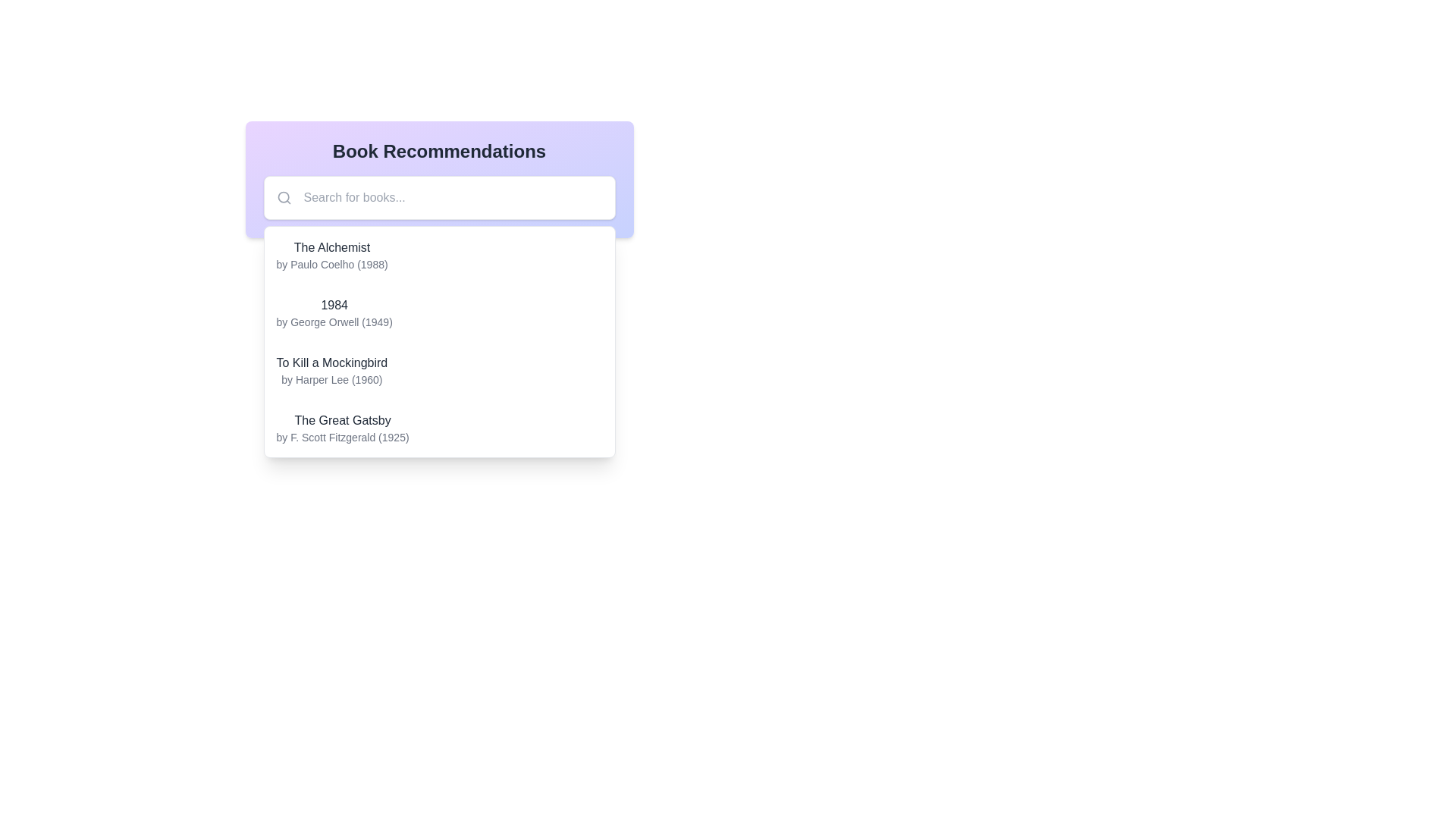 Image resolution: width=1456 pixels, height=819 pixels. I want to click on the Text display block displaying the book title '1984' by George Orwell (1949), which is located in a dropdown list of book recommendations, so click(334, 312).